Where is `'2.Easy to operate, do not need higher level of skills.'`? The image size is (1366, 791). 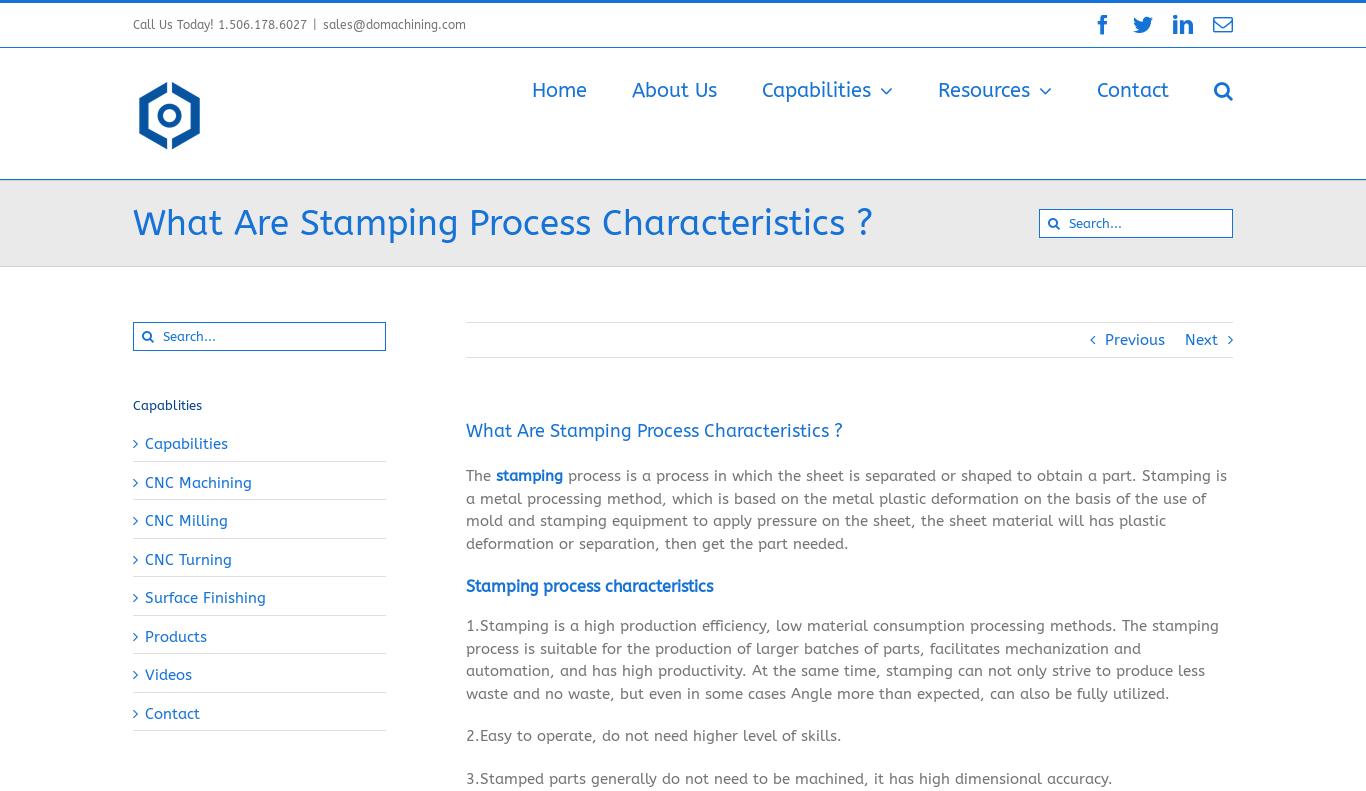 '2.Easy to operate, do not need higher level of skills.' is located at coordinates (653, 738).